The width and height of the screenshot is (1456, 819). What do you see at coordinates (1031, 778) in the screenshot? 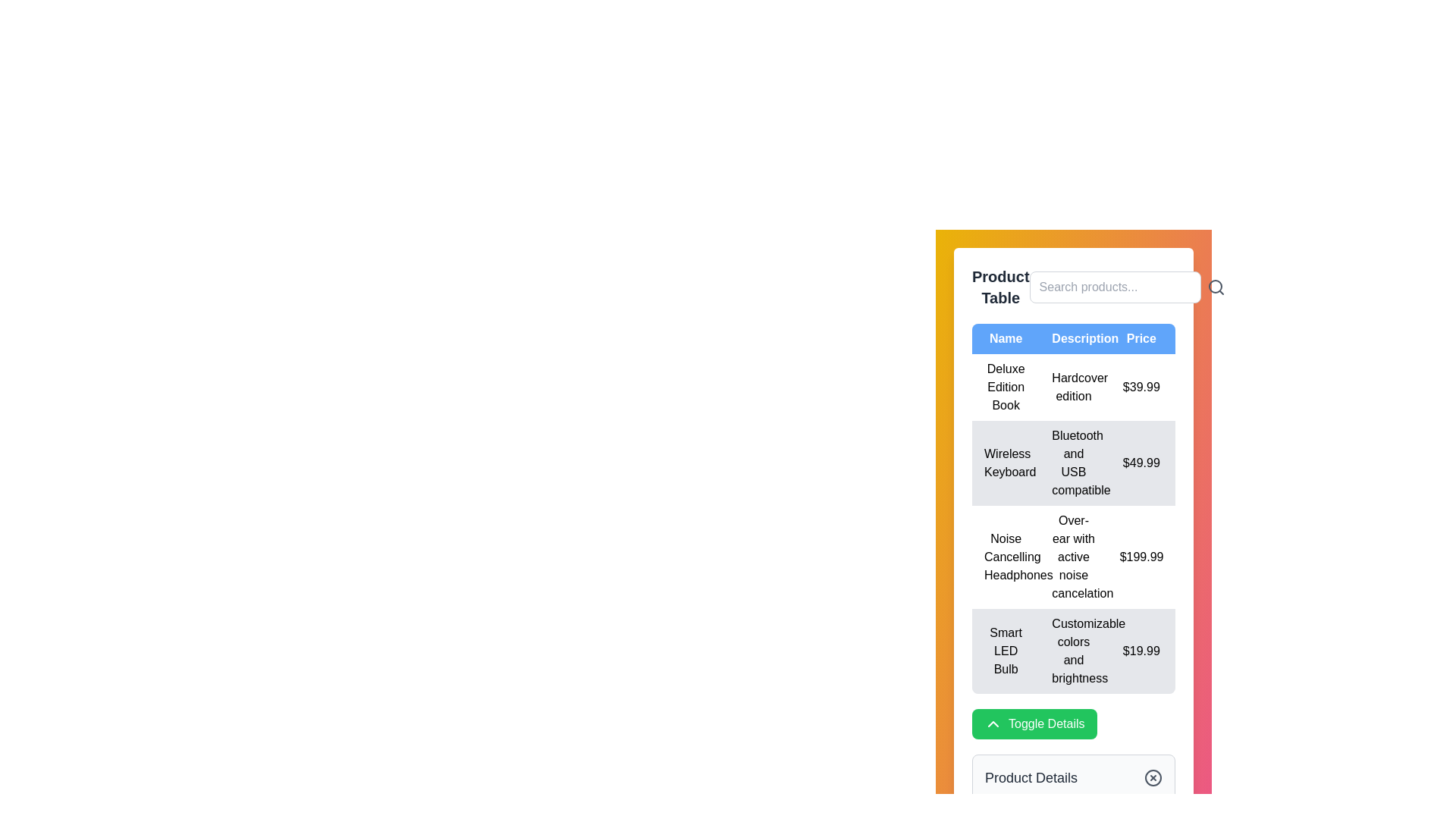
I see `the text label that reads 'Product Details', which is styled in dark gray and located towards the bottom of the interface` at bounding box center [1031, 778].